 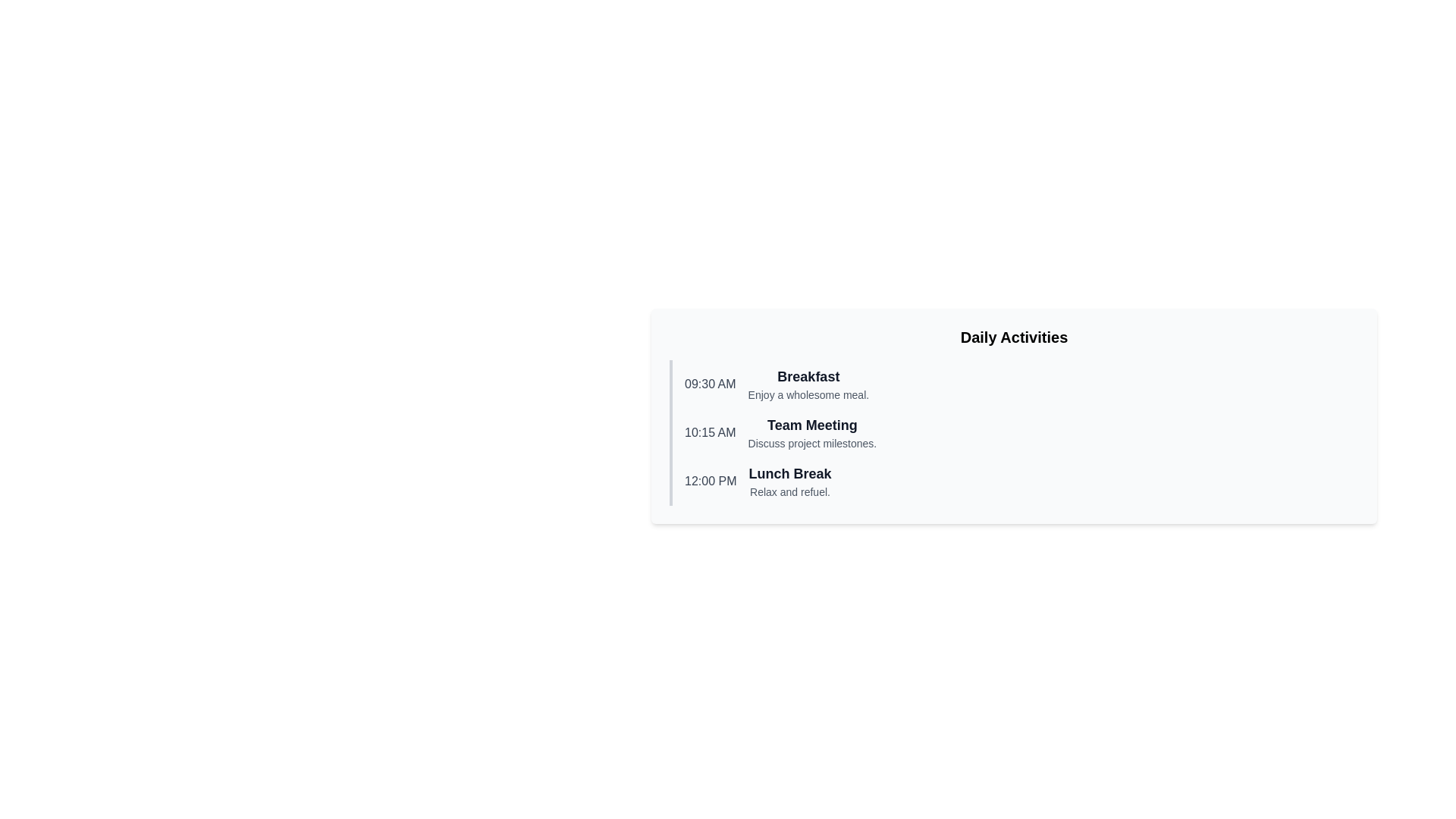 What do you see at coordinates (710, 482) in the screenshot?
I see `time information displayed for the 'Lunch Break' event, which is located in the third row of the list, aligned on the left edge` at bounding box center [710, 482].